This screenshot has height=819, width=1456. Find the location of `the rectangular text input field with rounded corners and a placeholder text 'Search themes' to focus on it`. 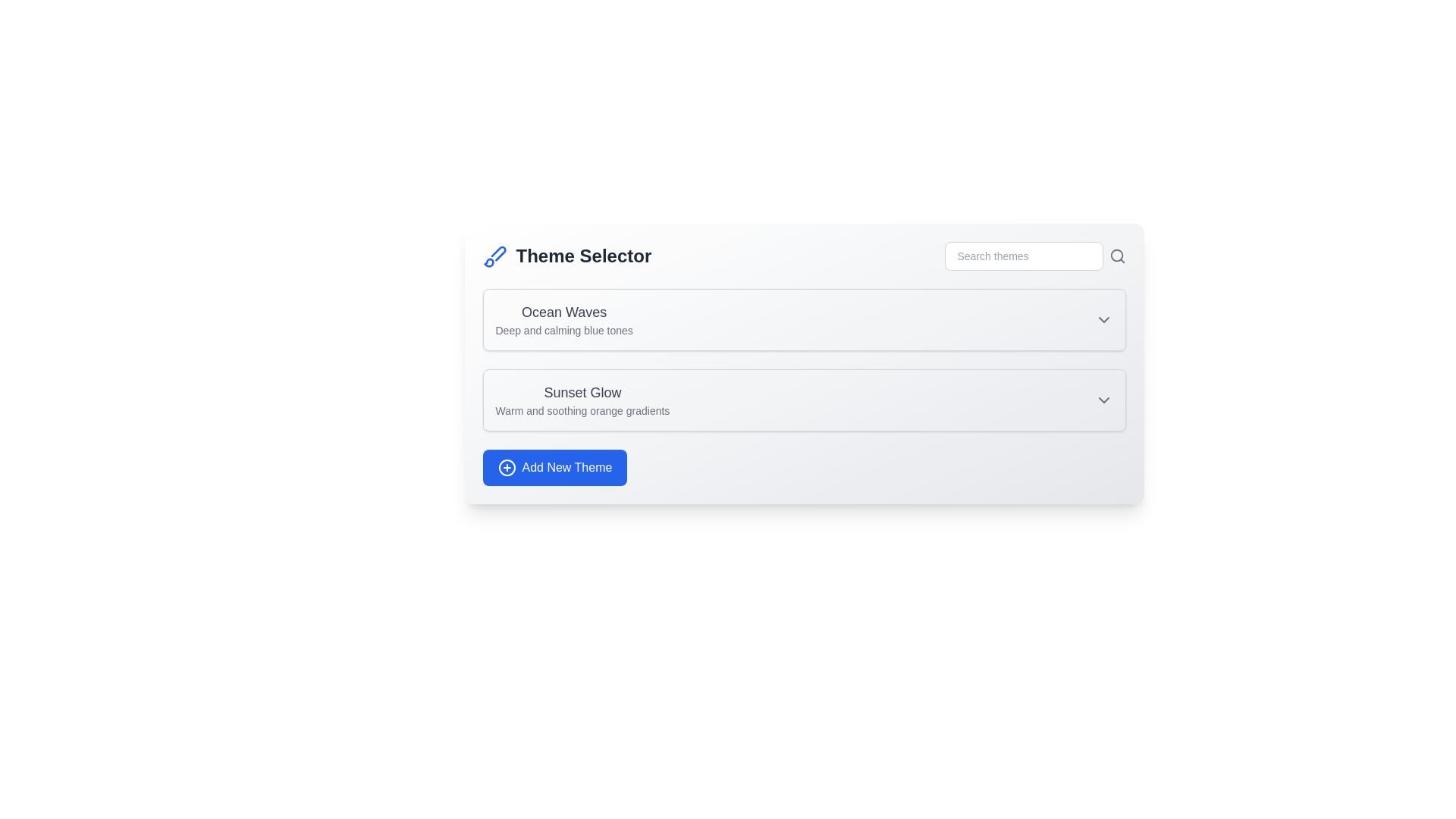

the rectangular text input field with rounded corners and a placeholder text 'Search themes' to focus on it is located at coordinates (1023, 256).